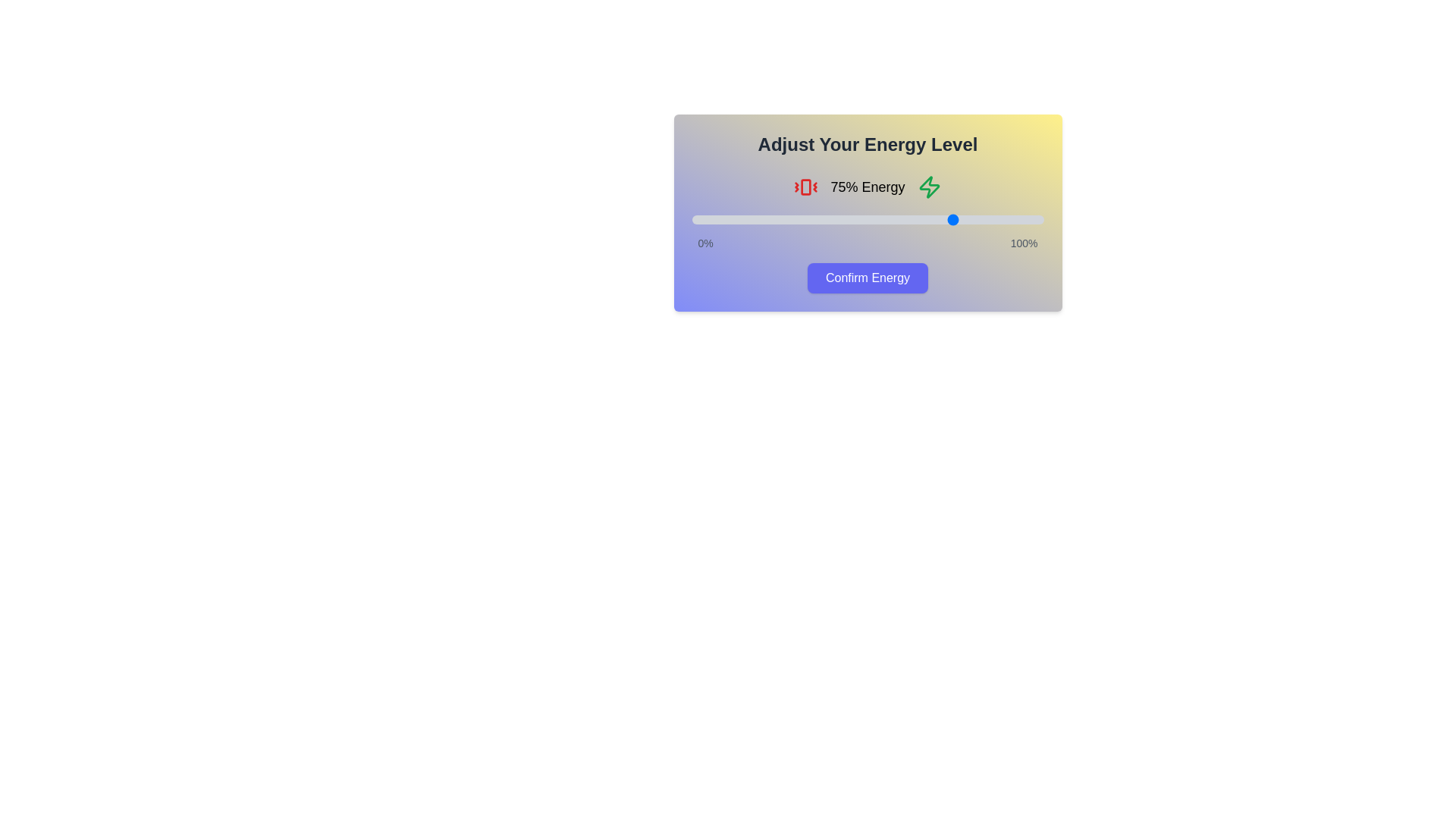 This screenshot has width=1456, height=819. What do you see at coordinates (805, 186) in the screenshot?
I see `the red icon to indicate low energy` at bounding box center [805, 186].